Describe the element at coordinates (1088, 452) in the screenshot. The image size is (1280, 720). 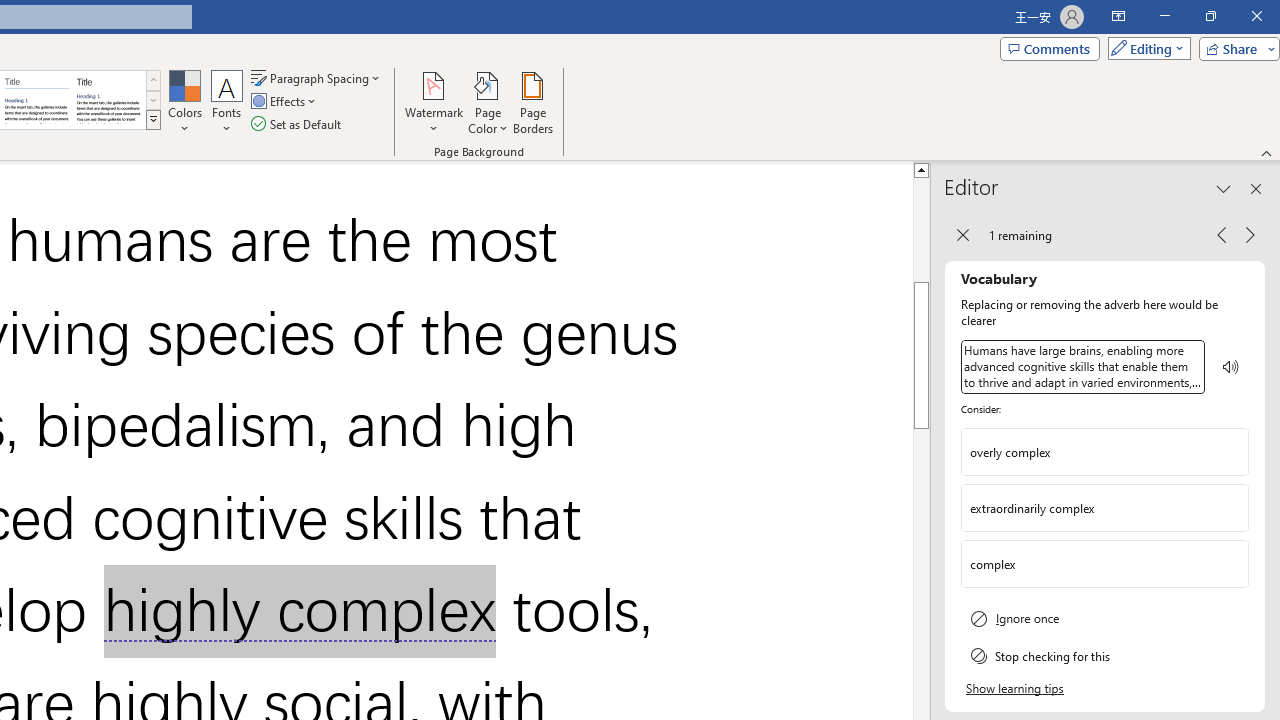
I see `'overly complex'` at that location.